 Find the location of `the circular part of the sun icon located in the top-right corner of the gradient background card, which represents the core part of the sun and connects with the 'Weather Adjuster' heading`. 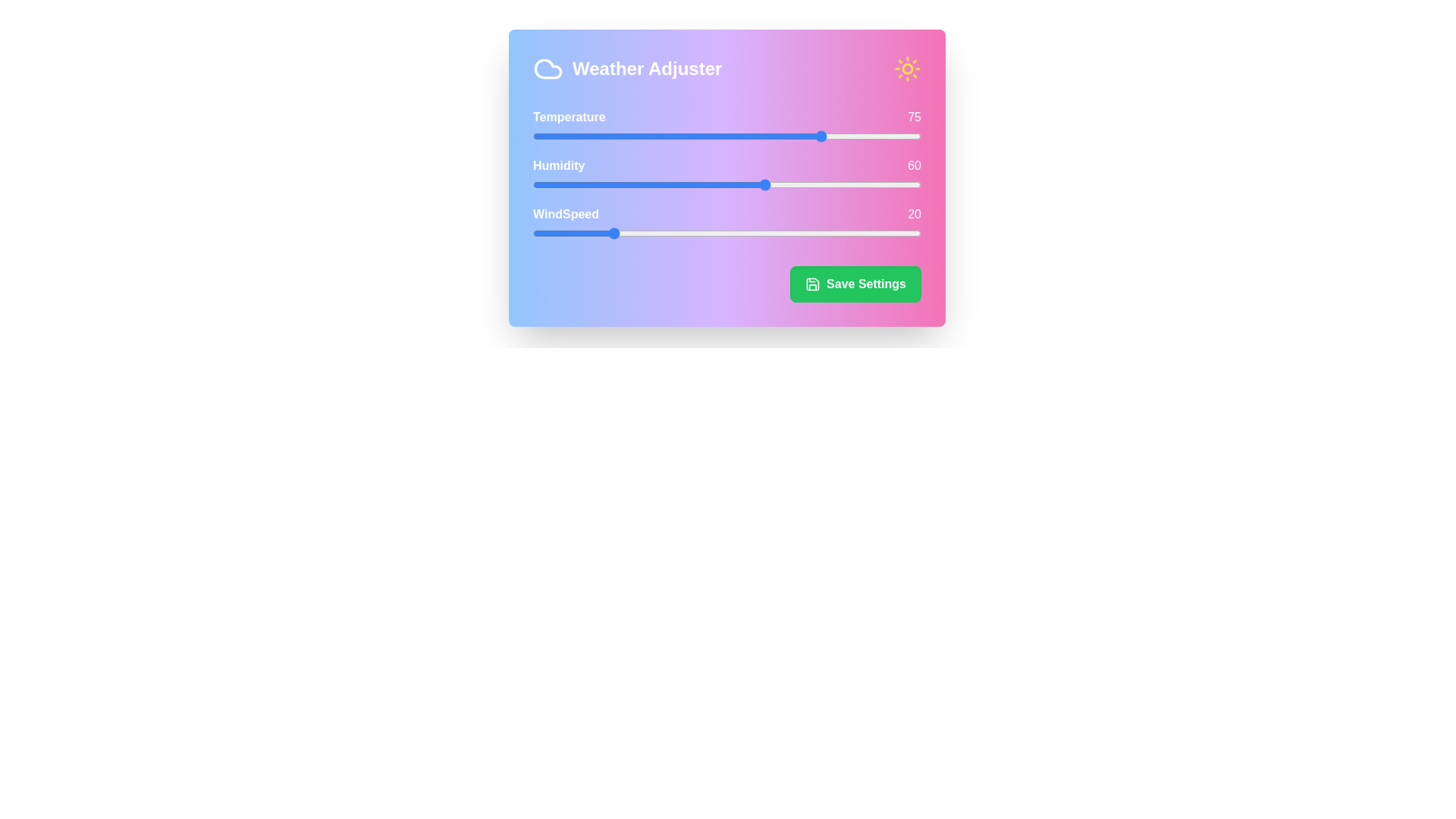

the circular part of the sun icon located in the top-right corner of the gradient background card, which represents the core part of the sun and connects with the 'Weather Adjuster' heading is located at coordinates (907, 69).